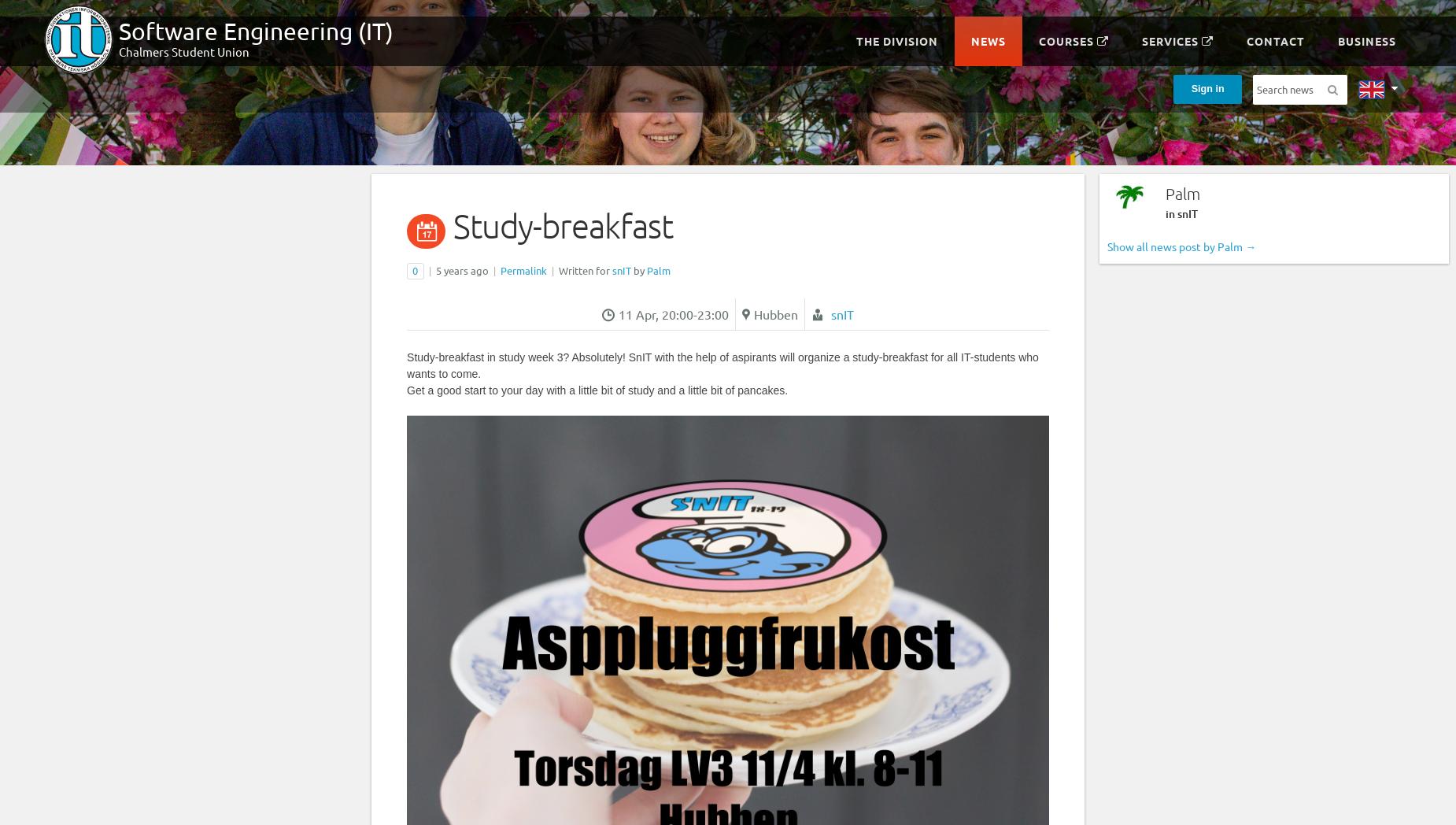 The height and width of the screenshot is (825, 1456). I want to click on 'Show all news post by Palm', so click(1174, 246).